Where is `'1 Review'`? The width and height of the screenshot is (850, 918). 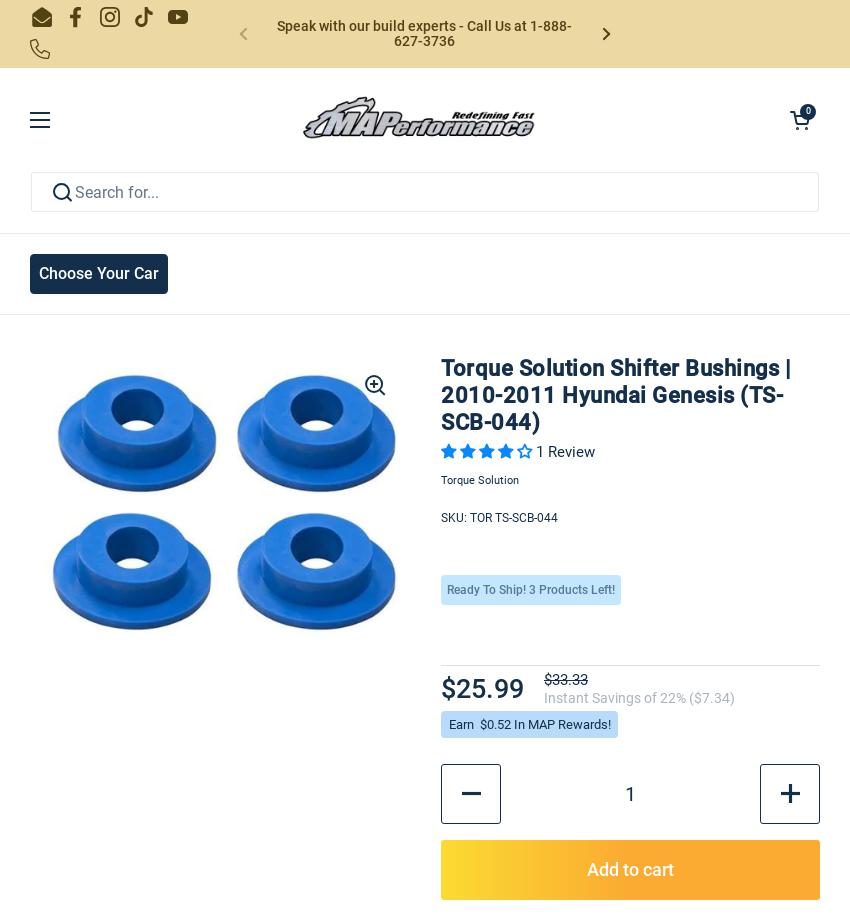
'1 Review' is located at coordinates (565, 450).